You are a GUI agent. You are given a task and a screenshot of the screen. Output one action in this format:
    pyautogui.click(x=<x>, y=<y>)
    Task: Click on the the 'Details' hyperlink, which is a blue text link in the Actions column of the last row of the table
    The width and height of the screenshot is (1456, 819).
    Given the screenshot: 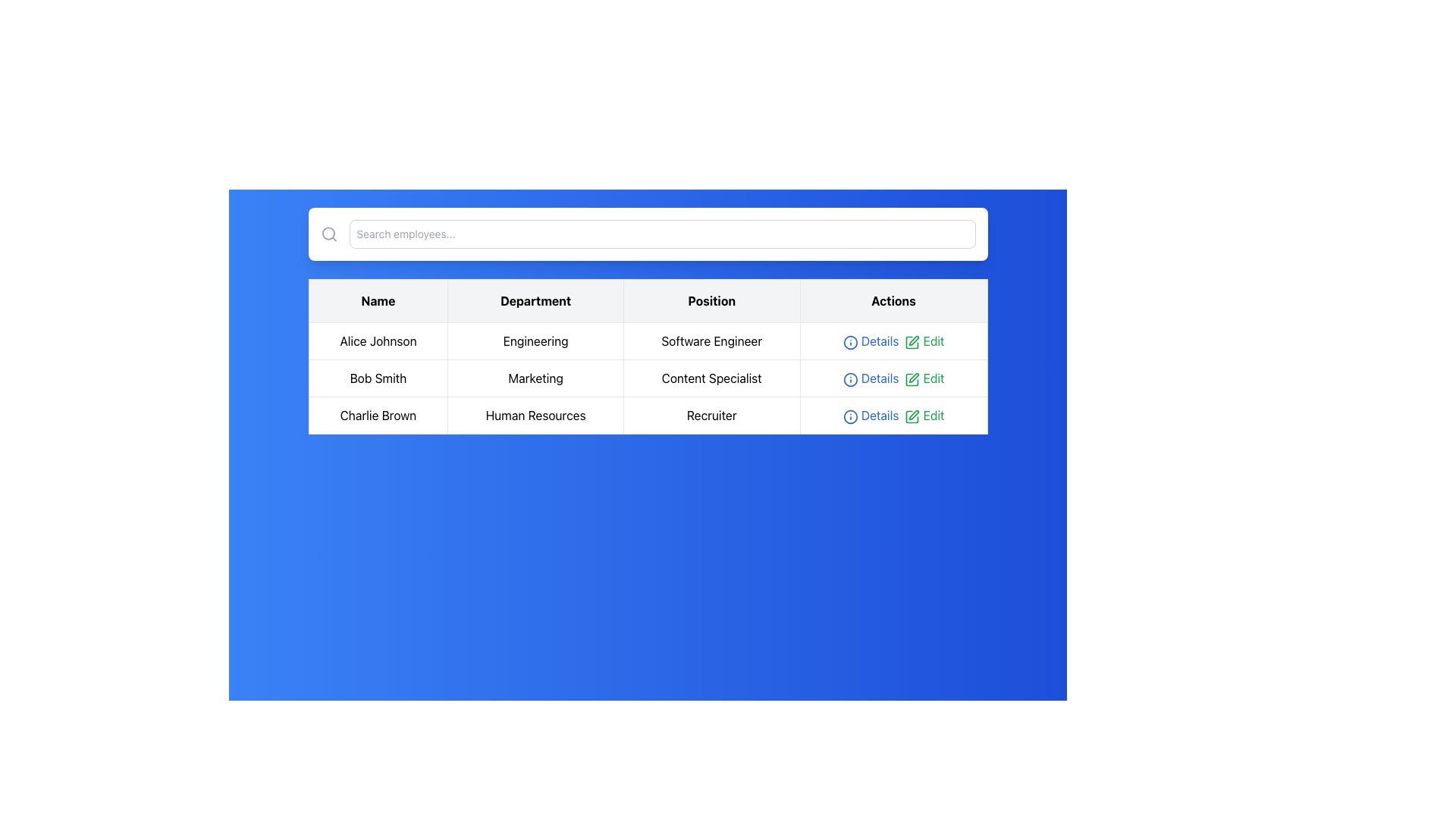 What is the action you would take?
    pyautogui.click(x=871, y=415)
    